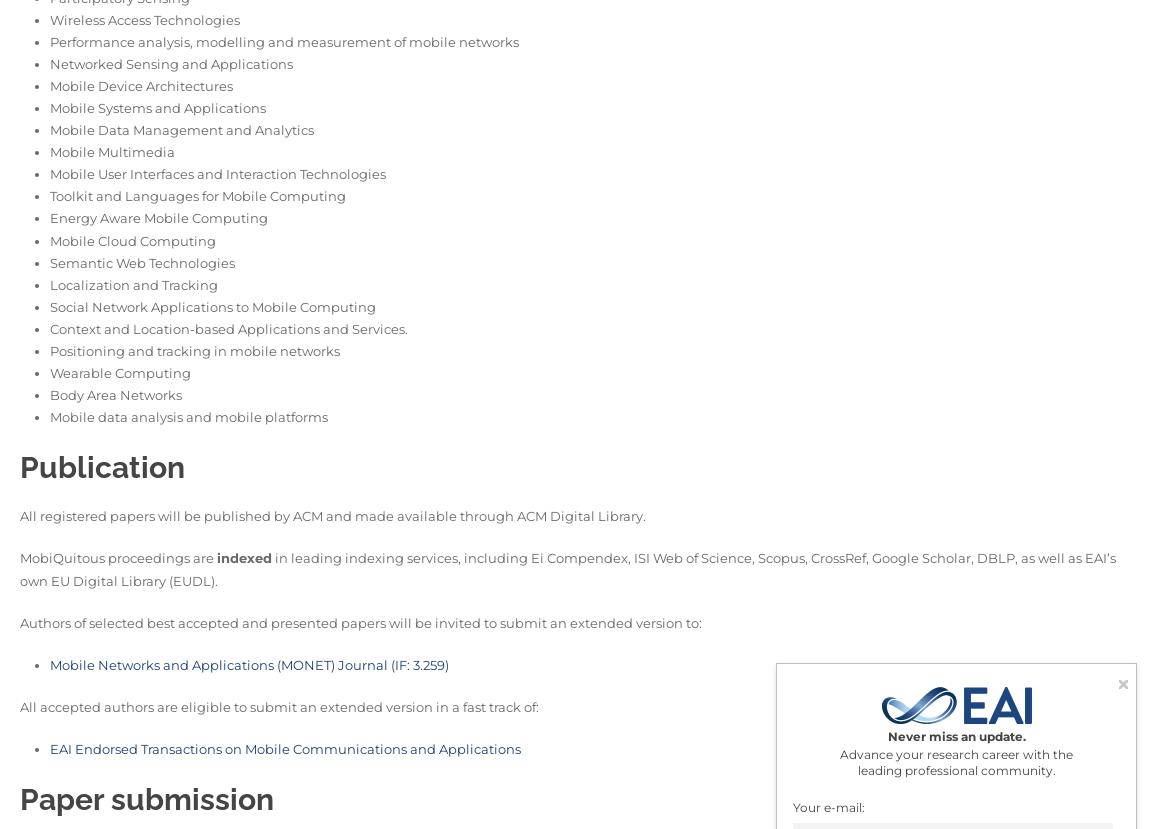 The width and height of the screenshot is (1150, 829). I want to click on 'MobiQuitous proceedings are', so click(117, 557).